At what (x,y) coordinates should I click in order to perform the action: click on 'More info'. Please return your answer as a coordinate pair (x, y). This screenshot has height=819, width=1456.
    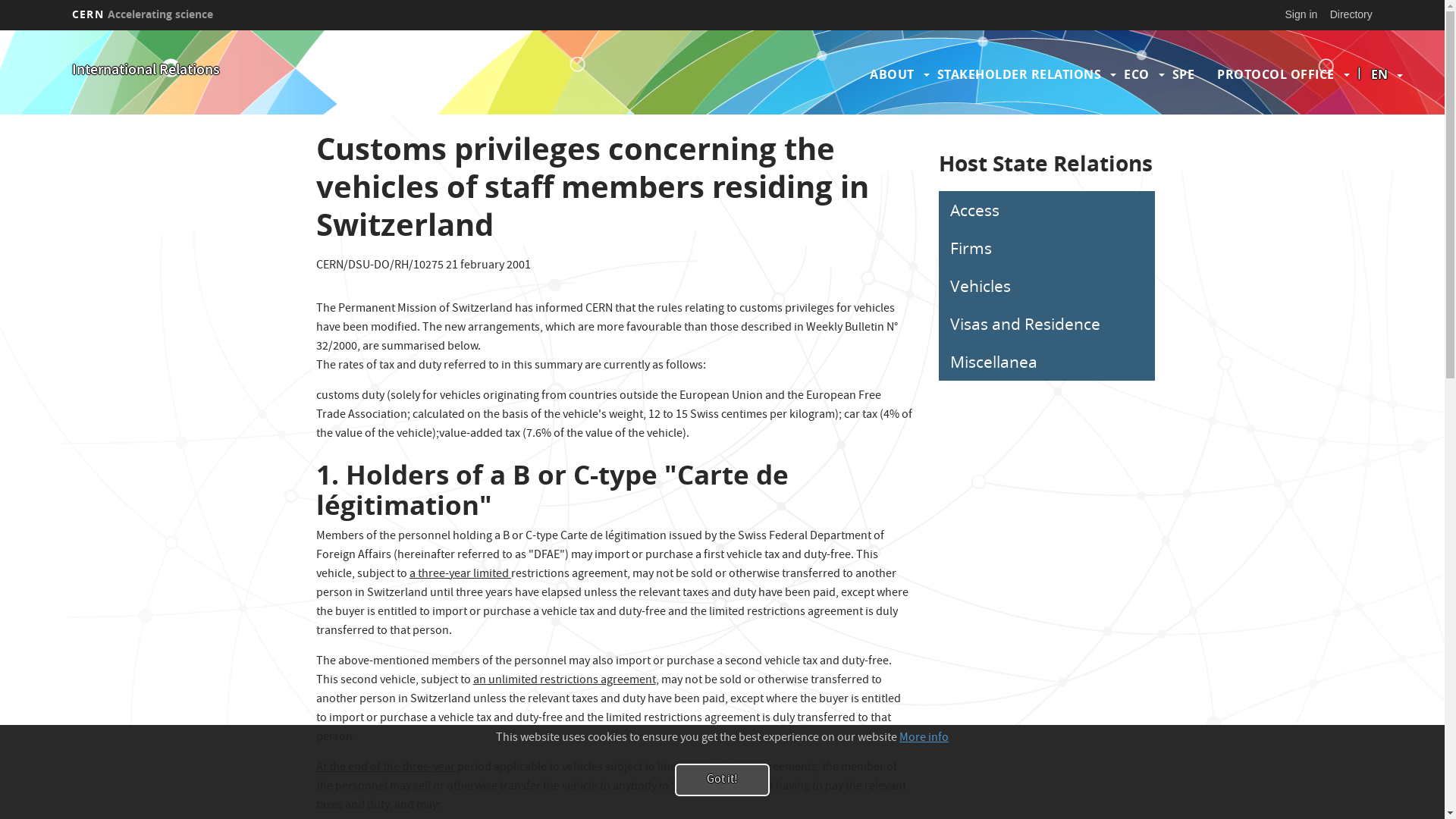
    Looking at the image, I should click on (899, 738).